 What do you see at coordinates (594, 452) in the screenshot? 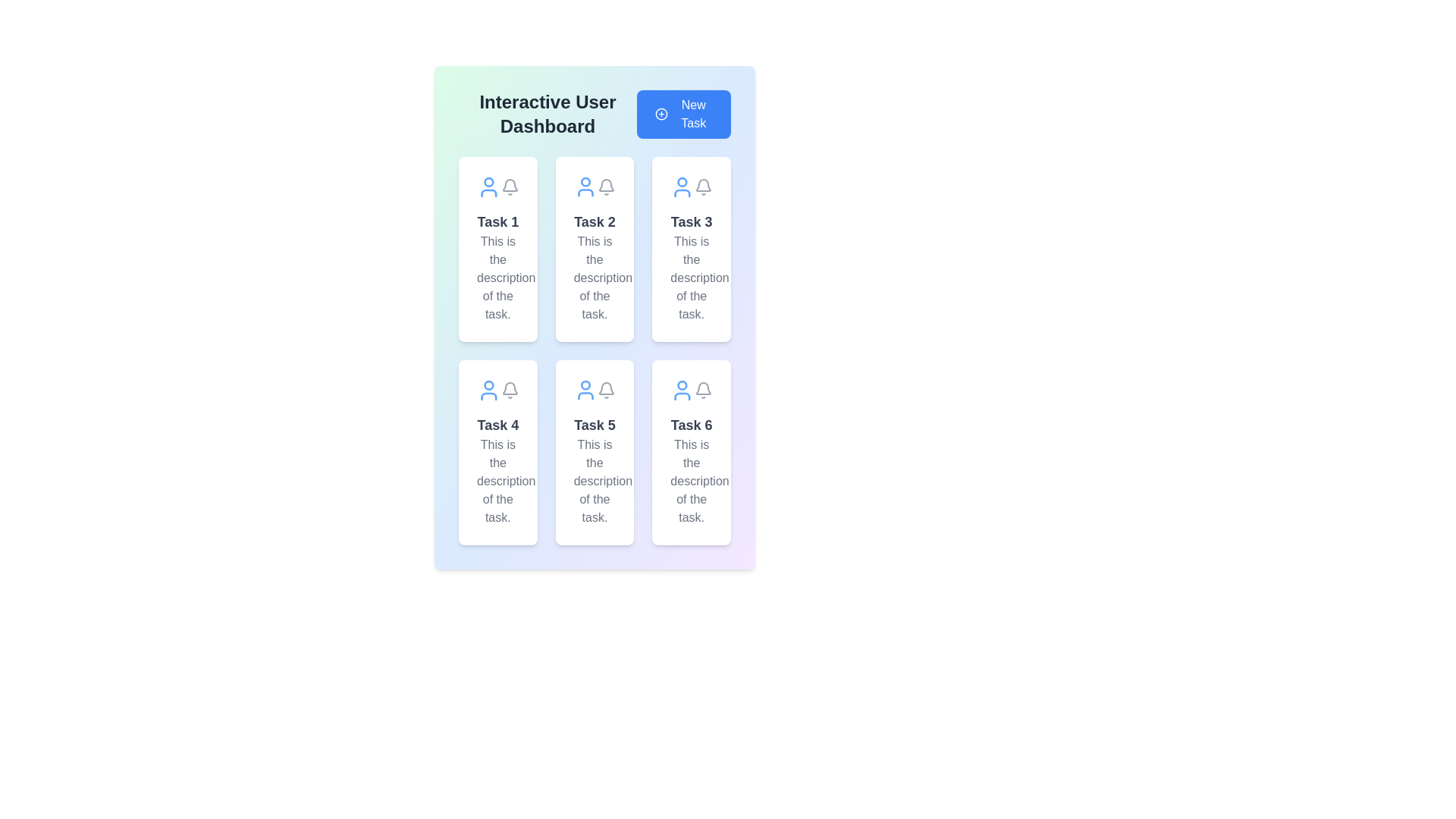
I see `the task representation card located in the second row, second column of the grid layout, which displays the task's title and description` at bounding box center [594, 452].